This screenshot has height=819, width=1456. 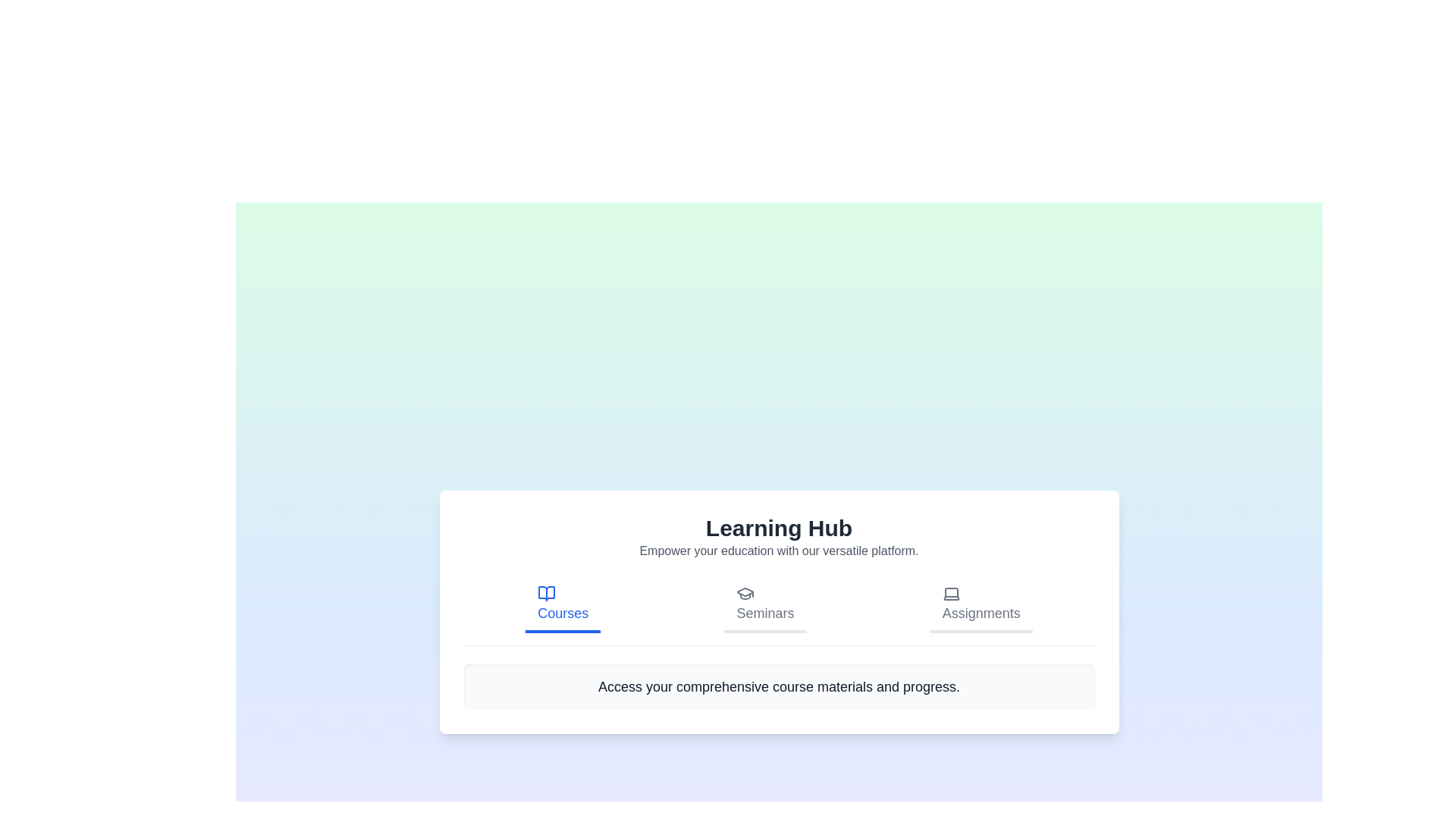 I want to click on the informational label text located at the bottom section of the main interface card, which provides context regarding access to course materials and progress, so click(x=779, y=686).